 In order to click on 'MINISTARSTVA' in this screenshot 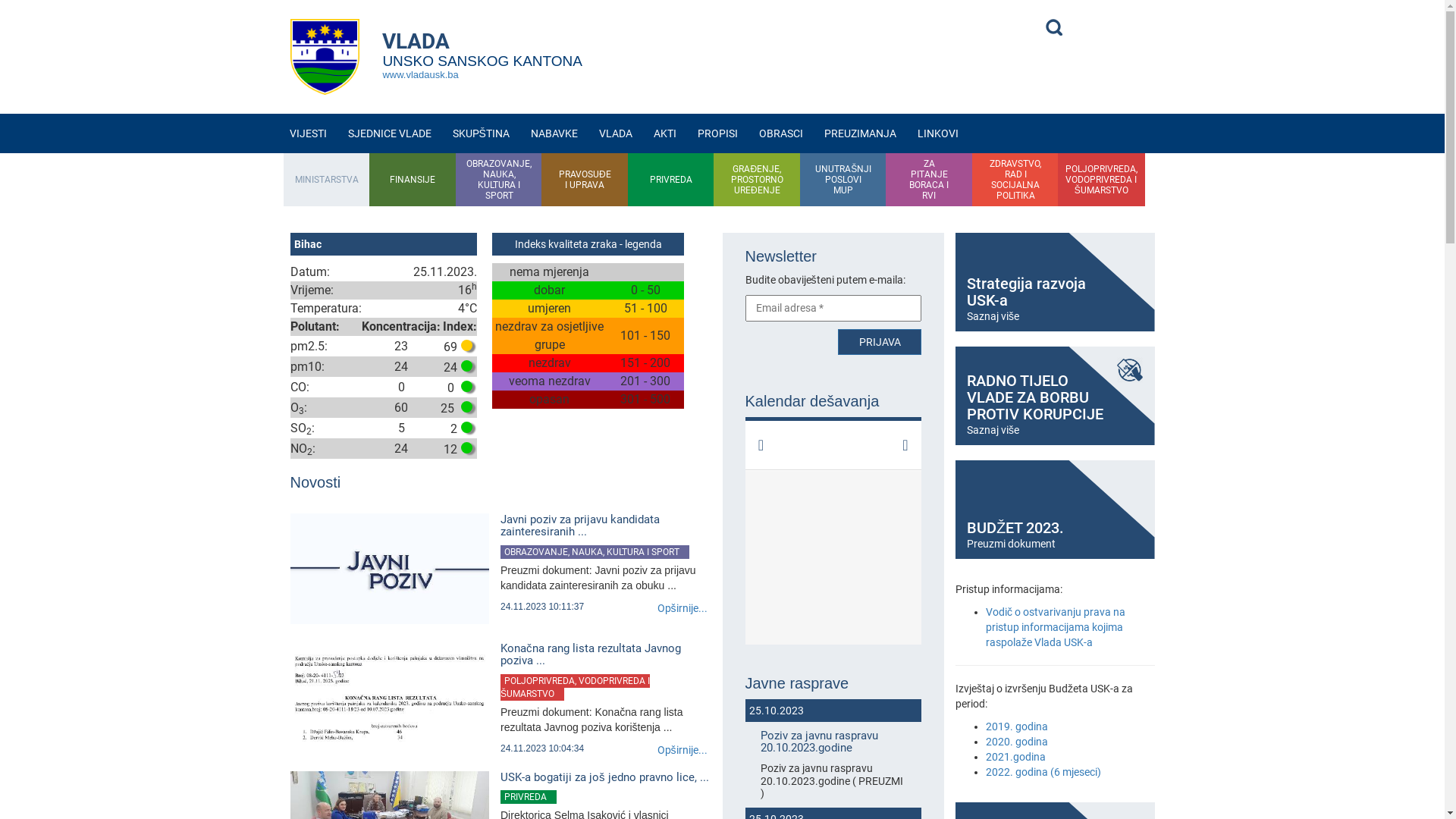, I will do `click(326, 178)`.